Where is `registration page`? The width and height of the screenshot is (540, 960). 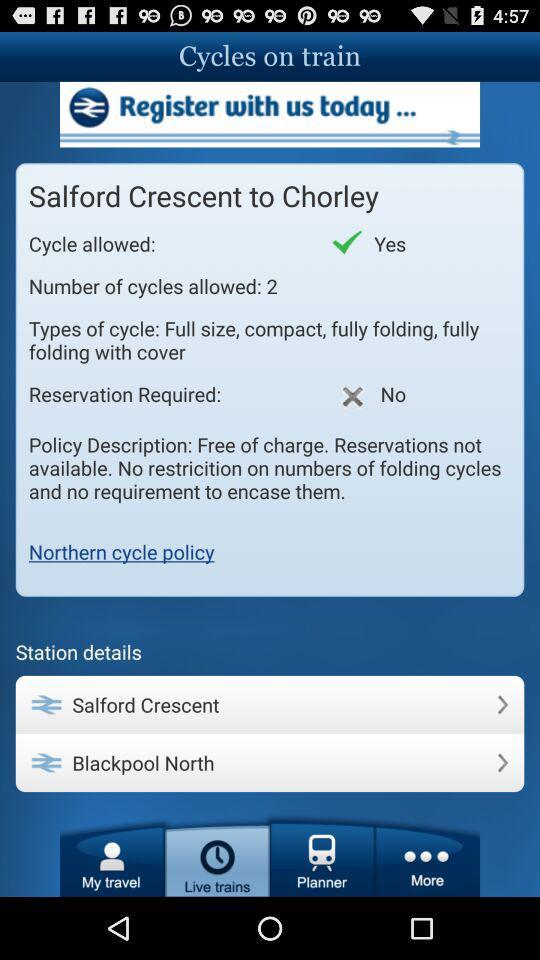 registration page is located at coordinates (270, 114).